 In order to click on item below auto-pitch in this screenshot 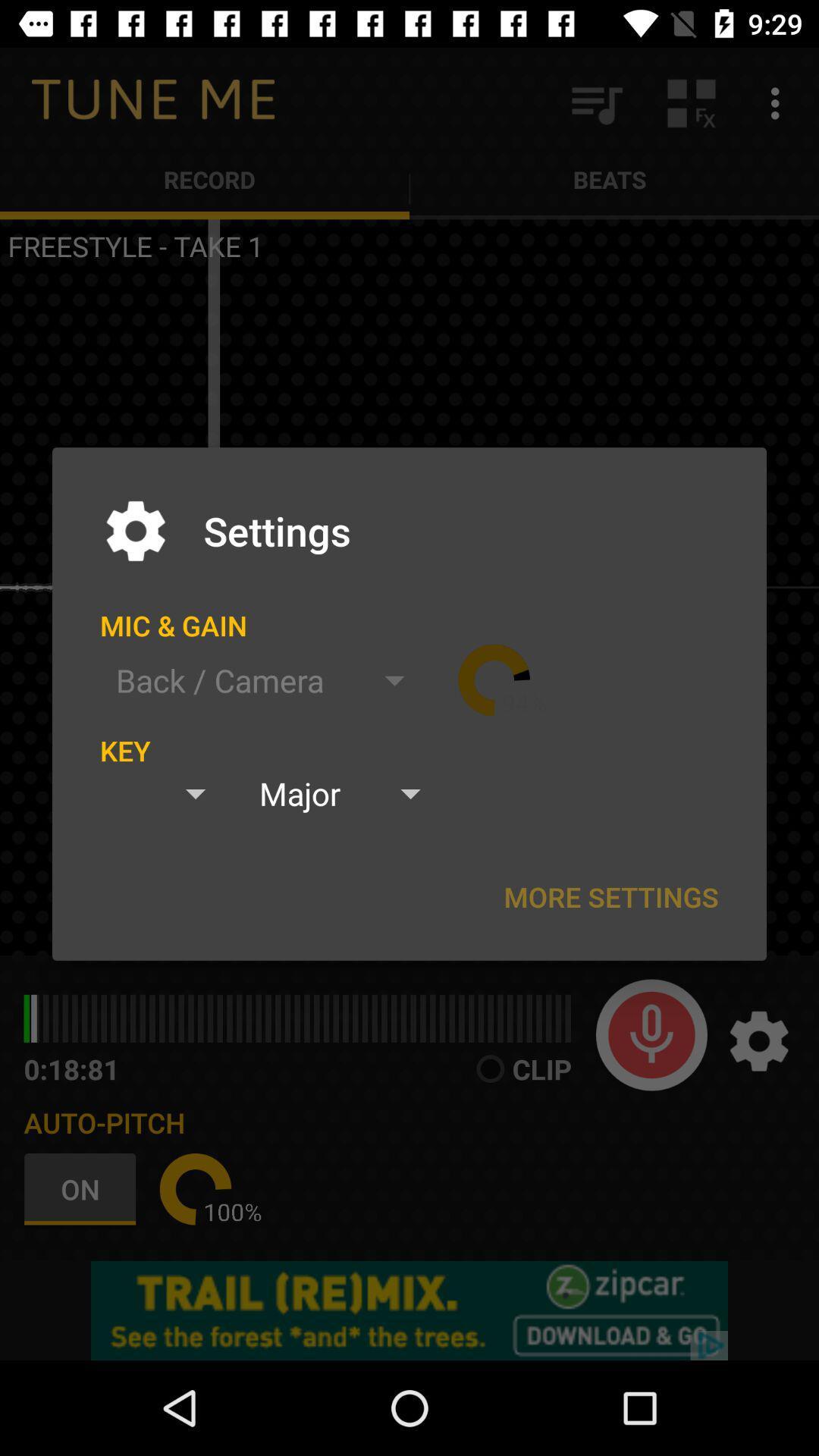, I will do `click(83, 1188)`.